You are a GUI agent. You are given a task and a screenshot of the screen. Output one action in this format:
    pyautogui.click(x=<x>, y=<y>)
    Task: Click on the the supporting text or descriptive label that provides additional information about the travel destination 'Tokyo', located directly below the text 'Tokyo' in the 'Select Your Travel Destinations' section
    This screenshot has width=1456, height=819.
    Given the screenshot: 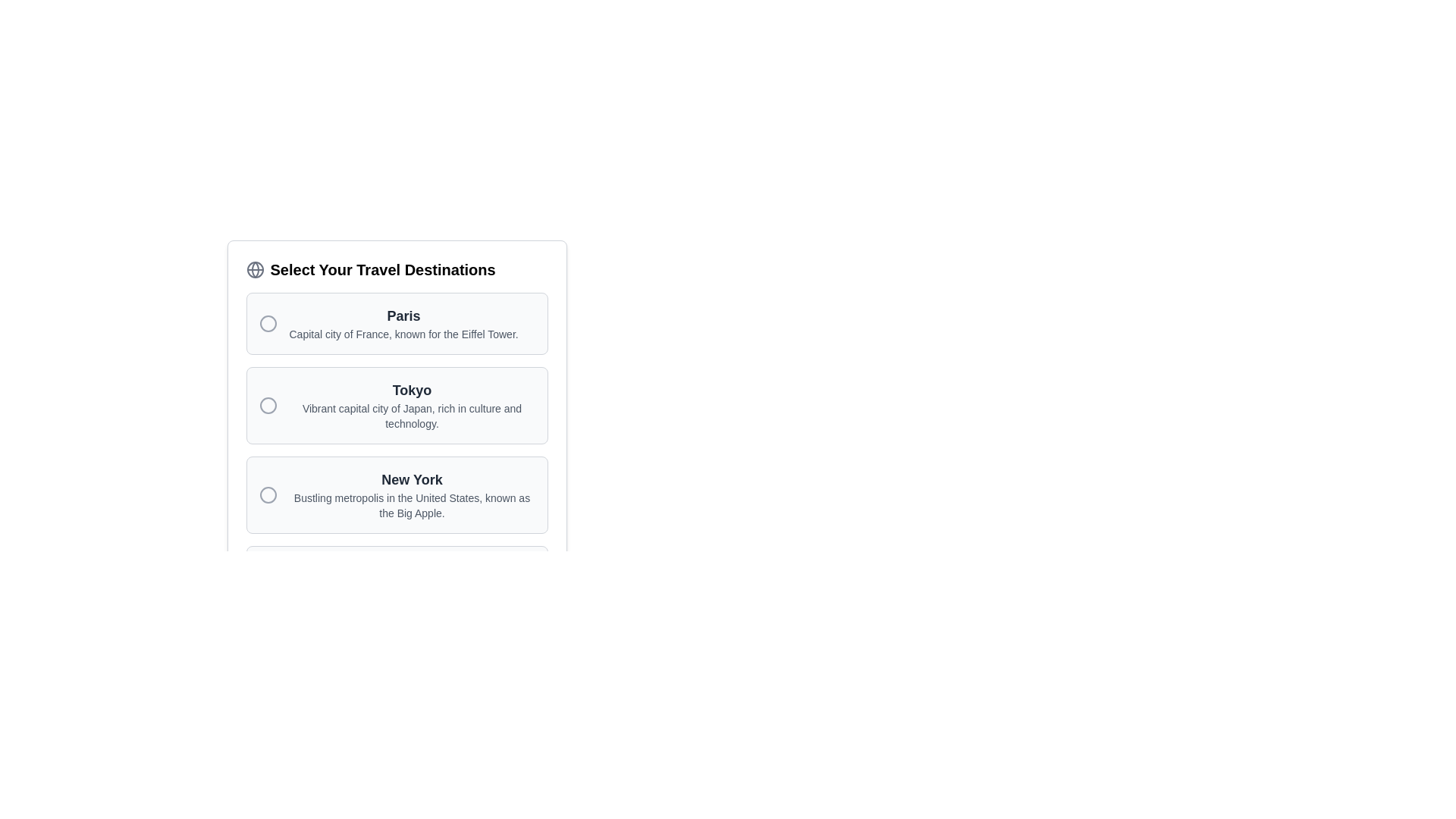 What is the action you would take?
    pyautogui.click(x=412, y=416)
    